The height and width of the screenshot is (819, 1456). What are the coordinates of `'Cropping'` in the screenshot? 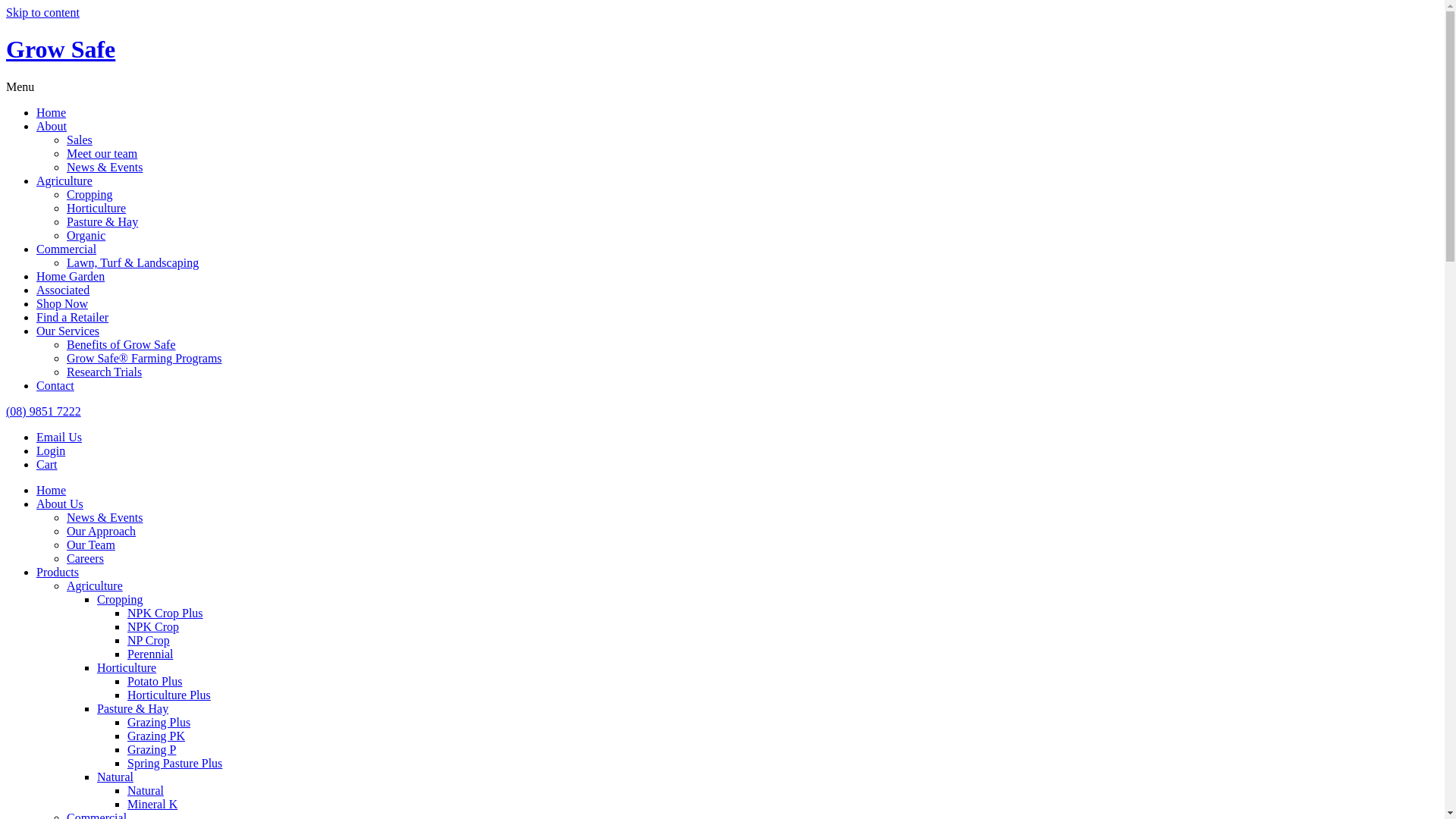 It's located at (65, 193).